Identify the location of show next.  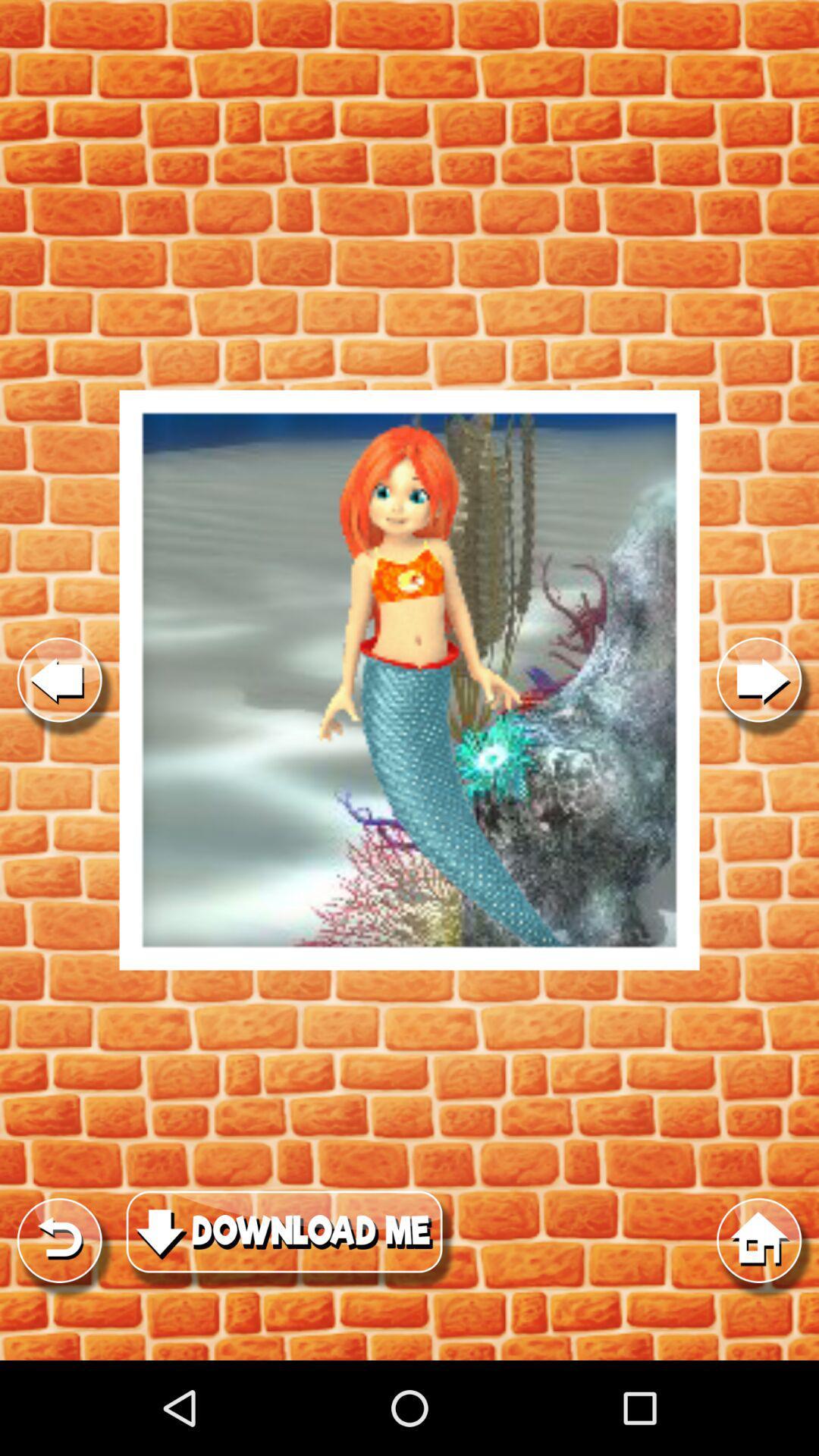
(759, 679).